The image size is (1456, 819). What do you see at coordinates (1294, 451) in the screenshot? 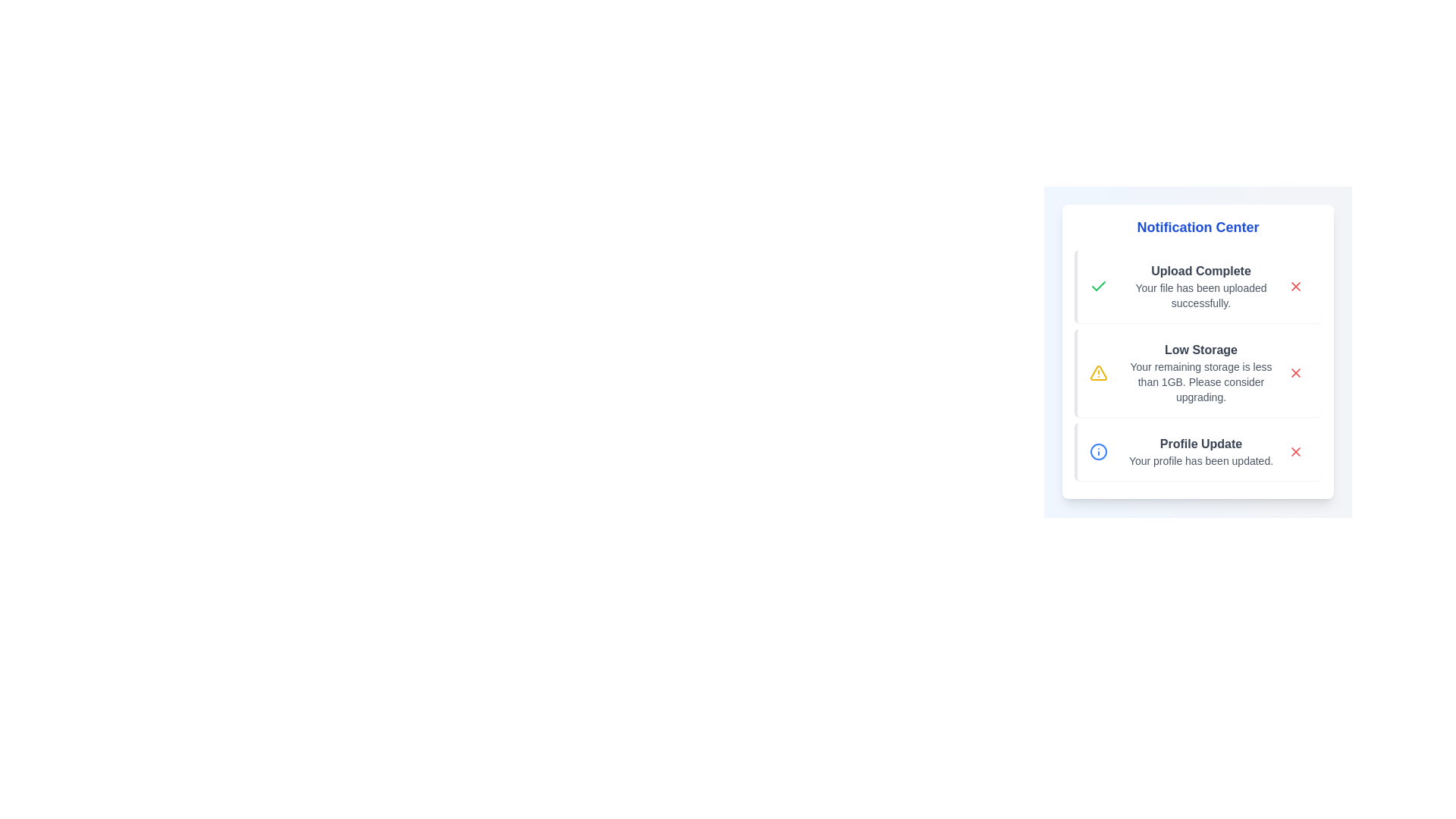
I see `the dismiss button on the 'Profile Update' notification` at bounding box center [1294, 451].